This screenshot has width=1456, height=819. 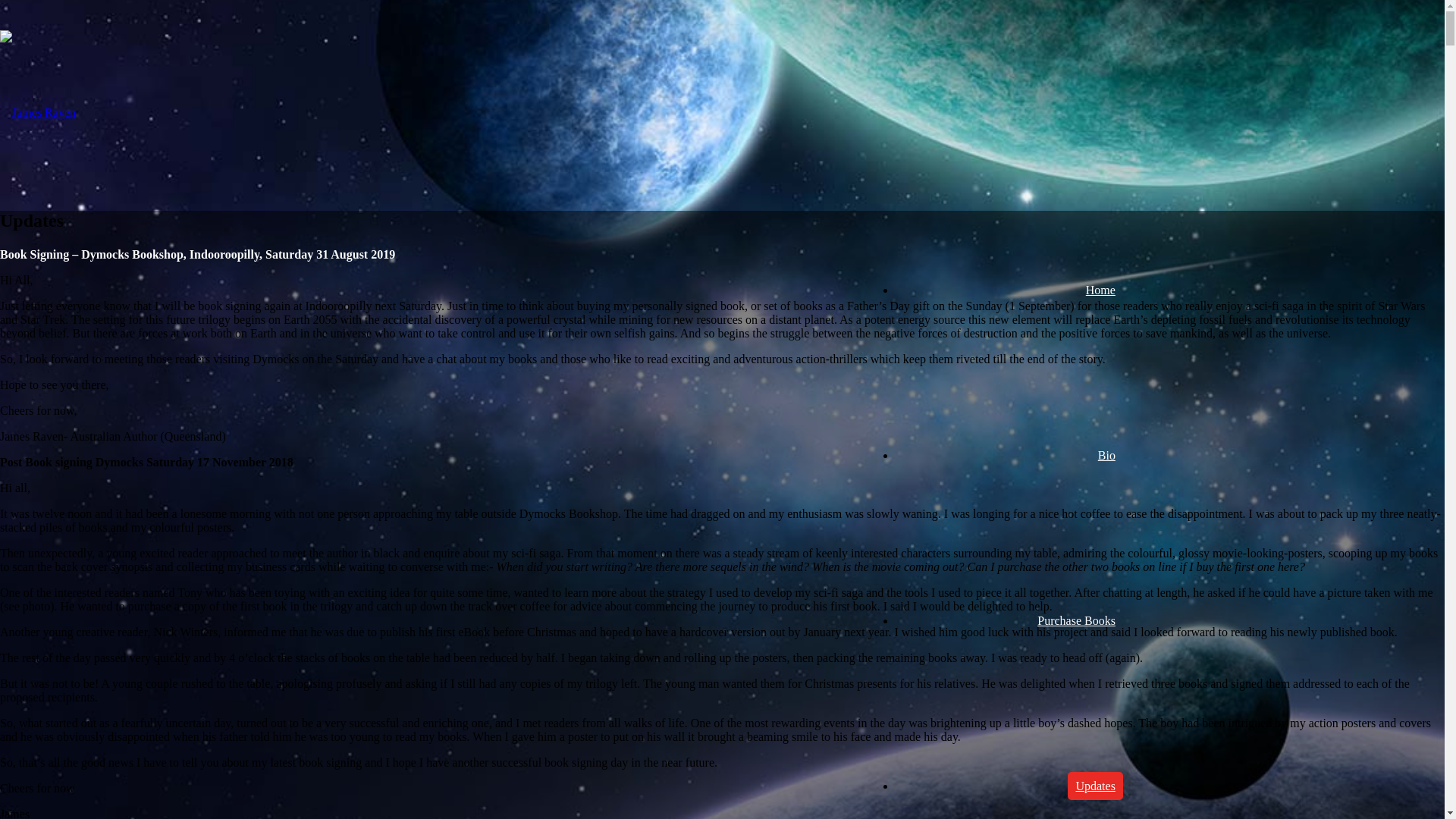 I want to click on 'Purchase Books', so click(x=1030, y=620).